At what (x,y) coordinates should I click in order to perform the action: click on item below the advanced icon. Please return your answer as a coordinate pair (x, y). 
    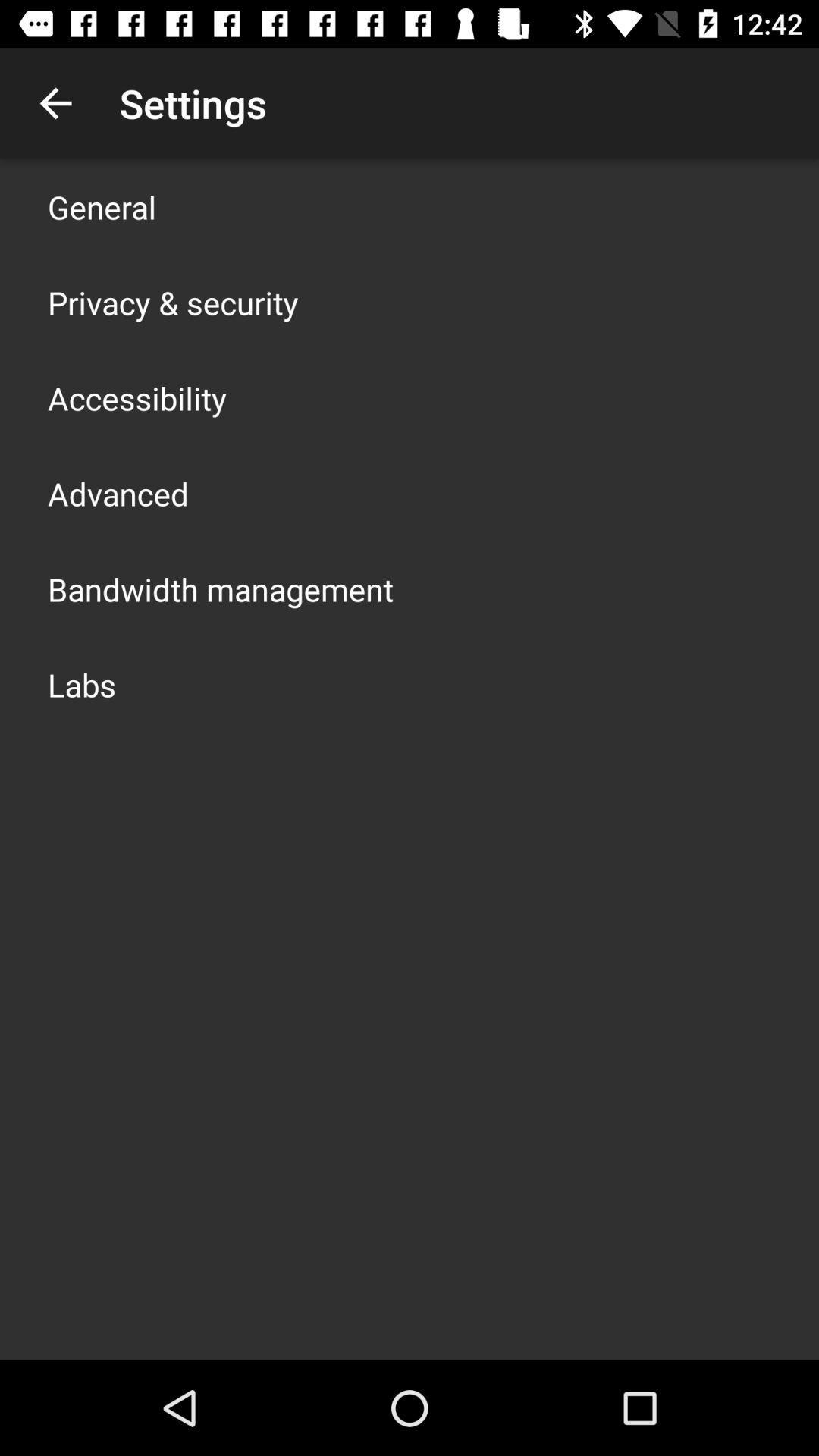
    Looking at the image, I should click on (220, 588).